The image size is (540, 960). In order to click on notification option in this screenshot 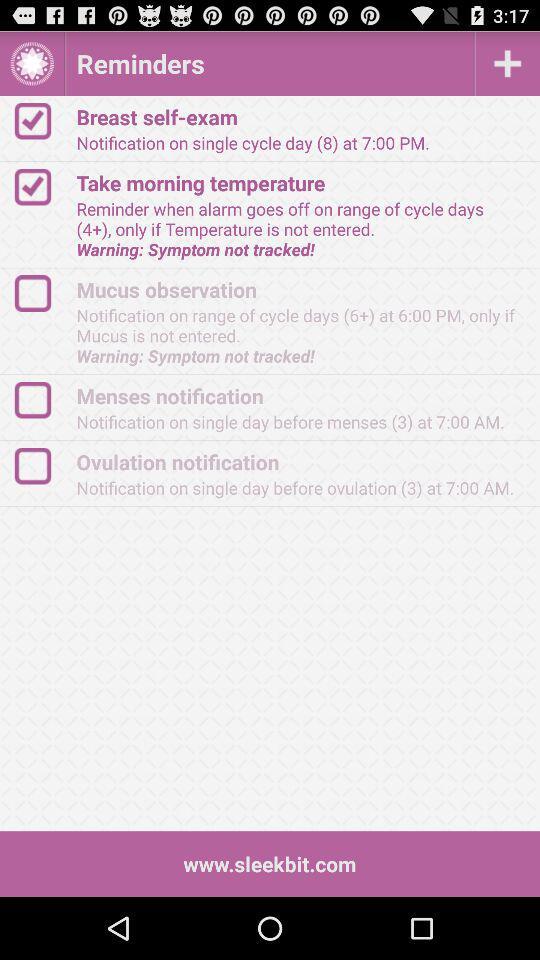, I will do `click(42, 466)`.